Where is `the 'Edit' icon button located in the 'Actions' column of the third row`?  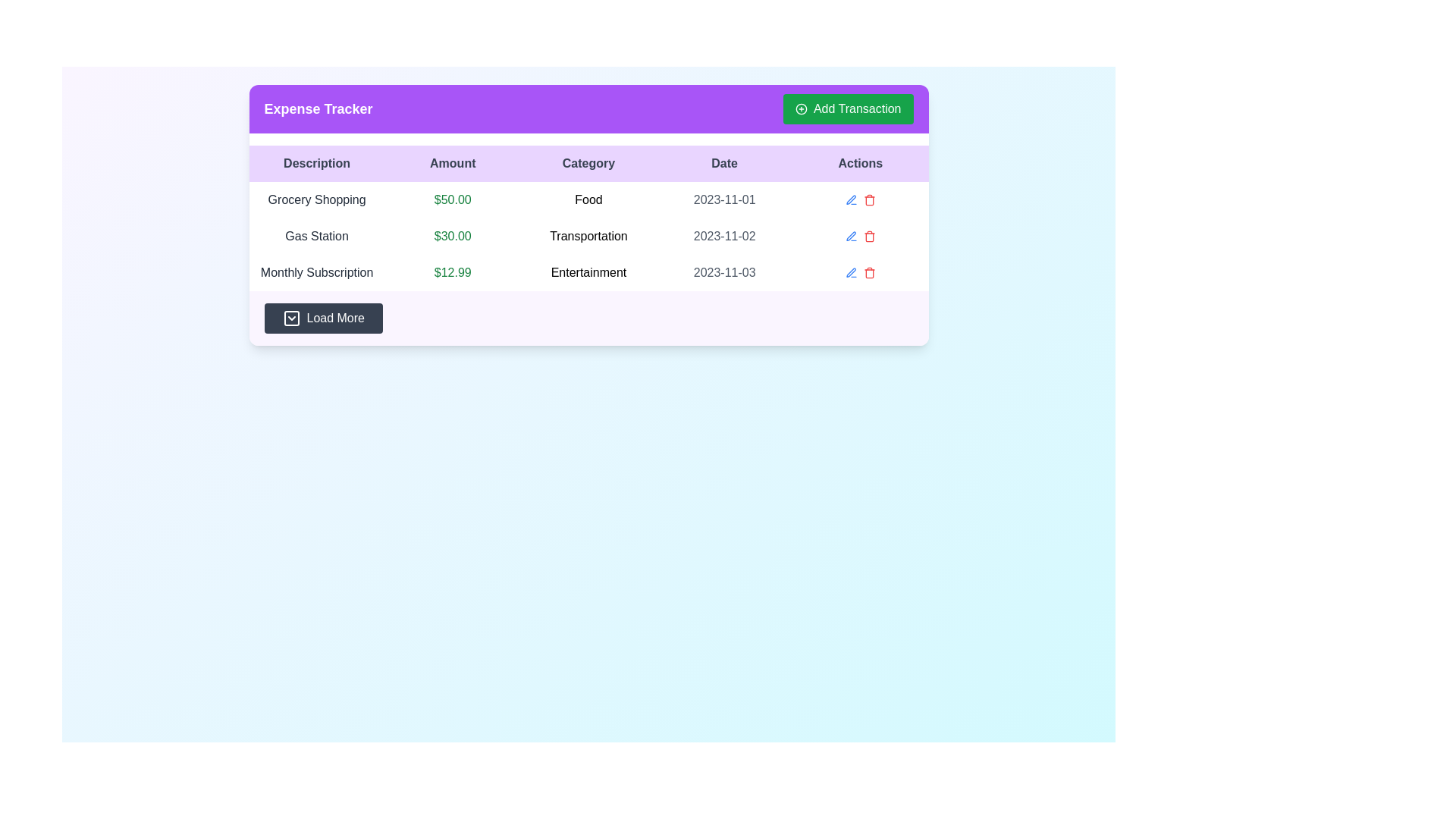 the 'Edit' icon button located in the 'Actions' column of the third row is located at coordinates (851, 199).